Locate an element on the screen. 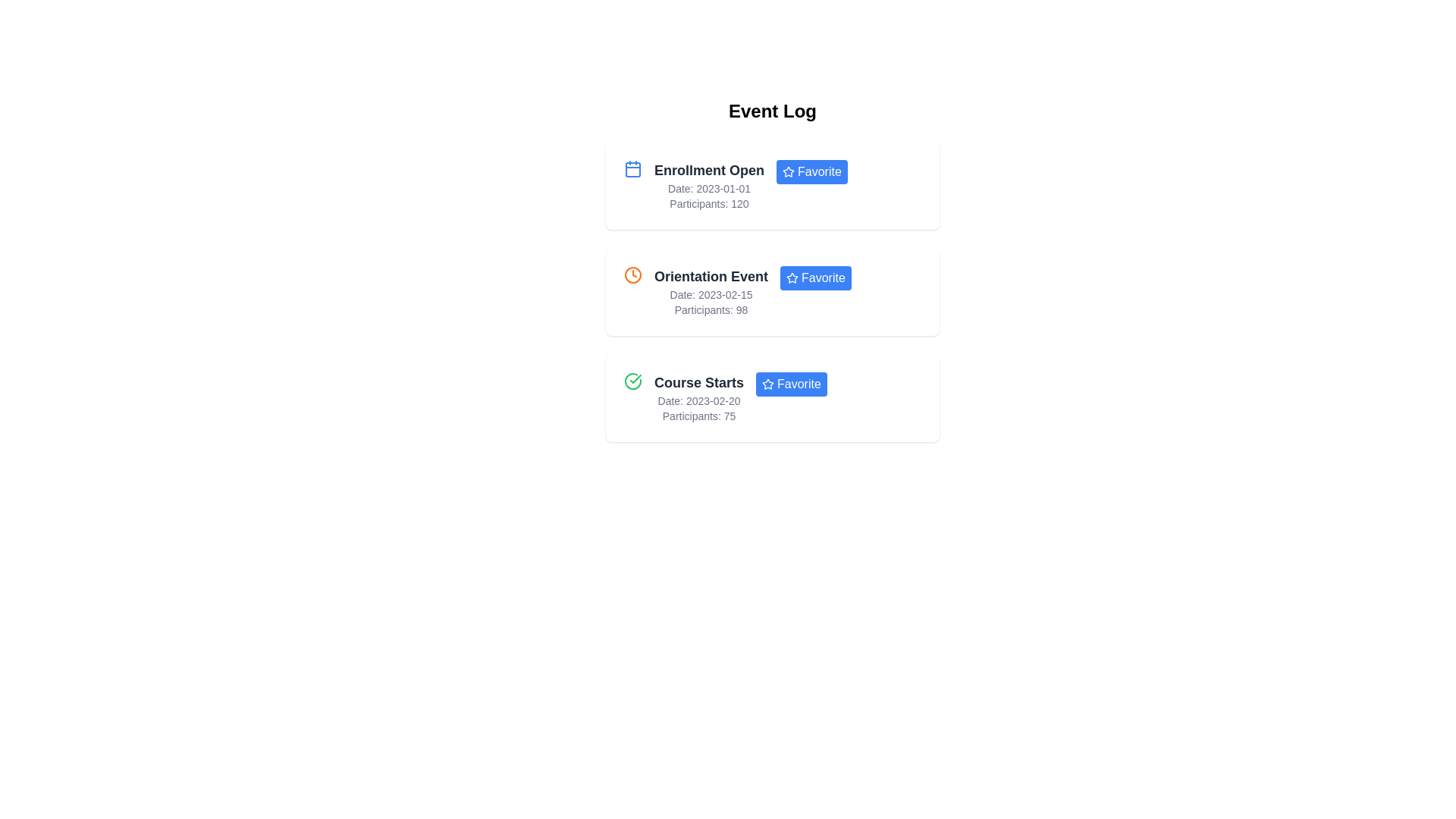  the star icon embedded within the 'Favorite' button of the 'Orientation Event' card to favorite or unfavorite the event is located at coordinates (792, 278).